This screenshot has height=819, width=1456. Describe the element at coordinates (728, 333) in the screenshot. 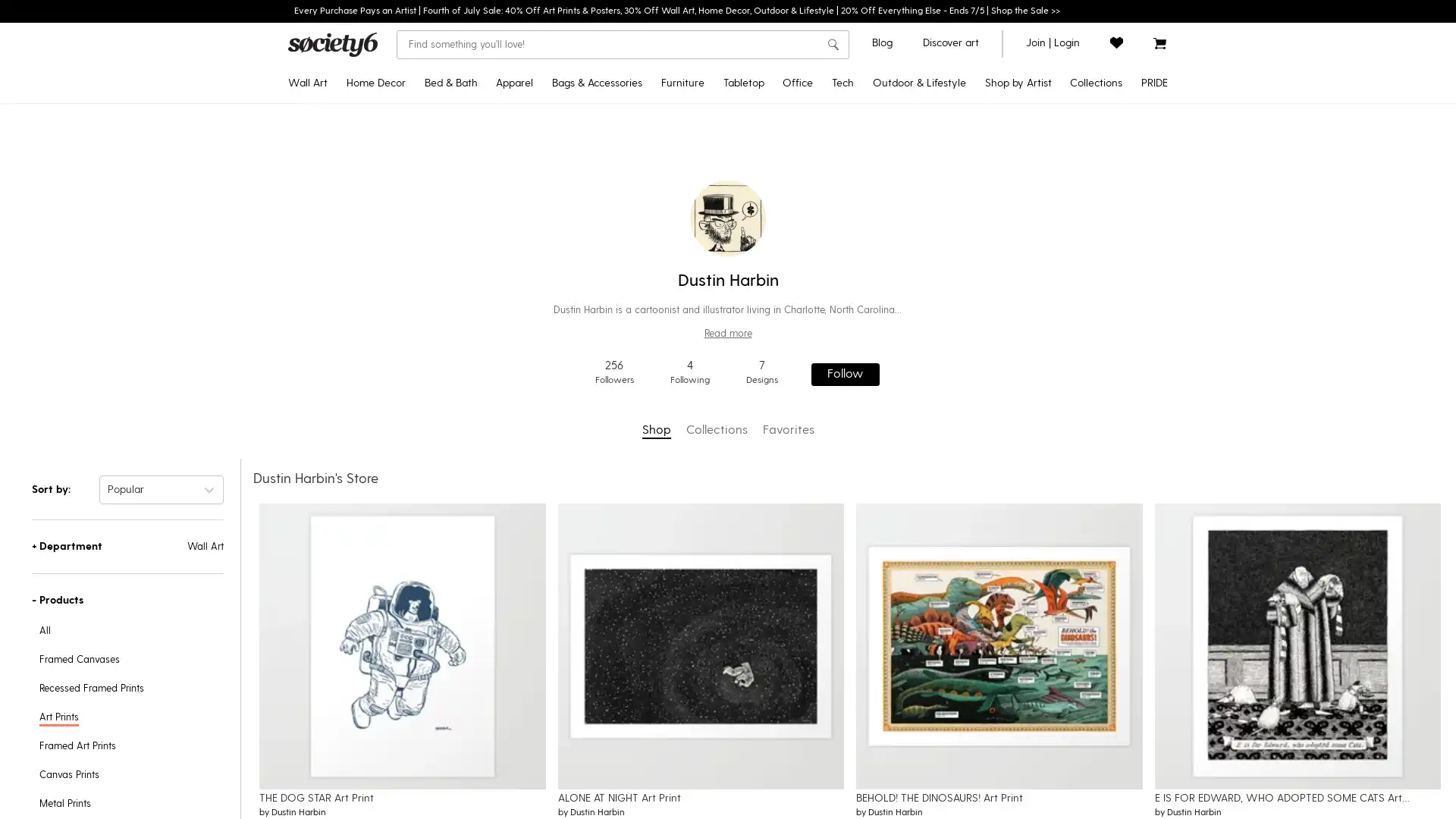

I see `Read more` at that location.